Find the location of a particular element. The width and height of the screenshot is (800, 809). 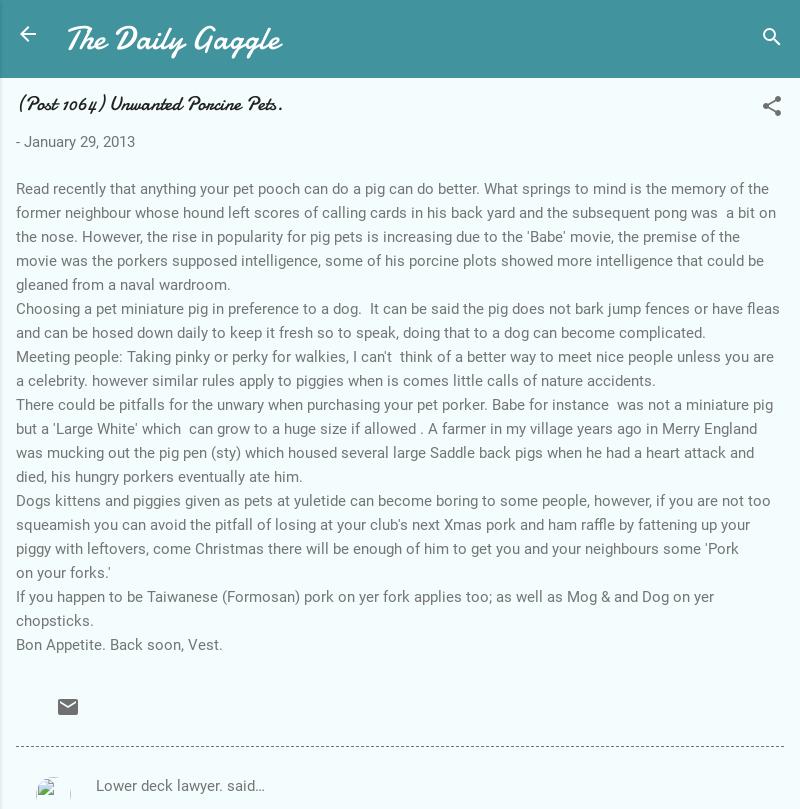

'Read recently that anything your pet pooch can do a pig can do better. What springs to mind is the memory of the former neighbour whose hound left scores of calling cards in his back yard and the subsequent pong was  a bit on the nose. However, the rise in popularity for pig pets is increasing due to the 'Babe' movie, the premise of the movie was the porkers supposed intelligence, some of his porcine plots showed more intelligence that could be gleaned from a naval wardroom.' is located at coordinates (395, 234).